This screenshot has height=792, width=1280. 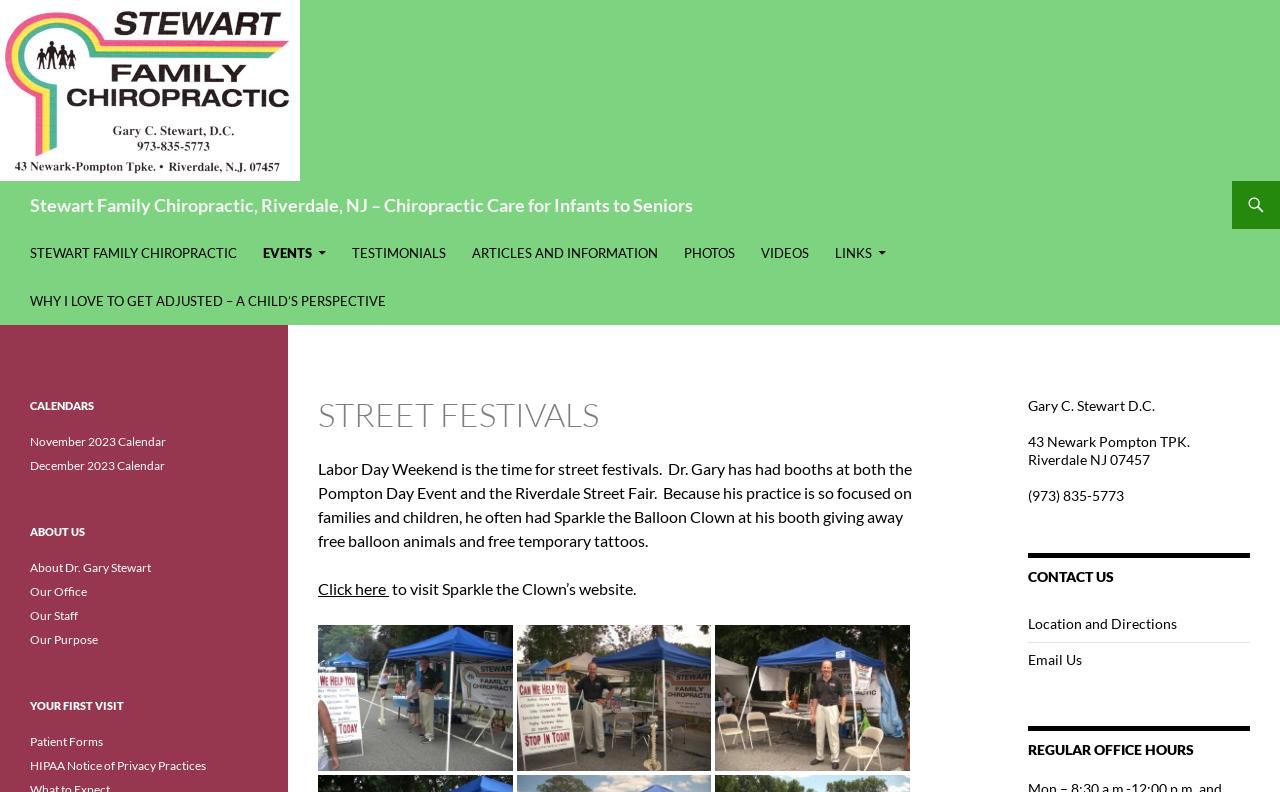 What do you see at coordinates (457, 413) in the screenshot?
I see `'Street Festivals'` at bounding box center [457, 413].